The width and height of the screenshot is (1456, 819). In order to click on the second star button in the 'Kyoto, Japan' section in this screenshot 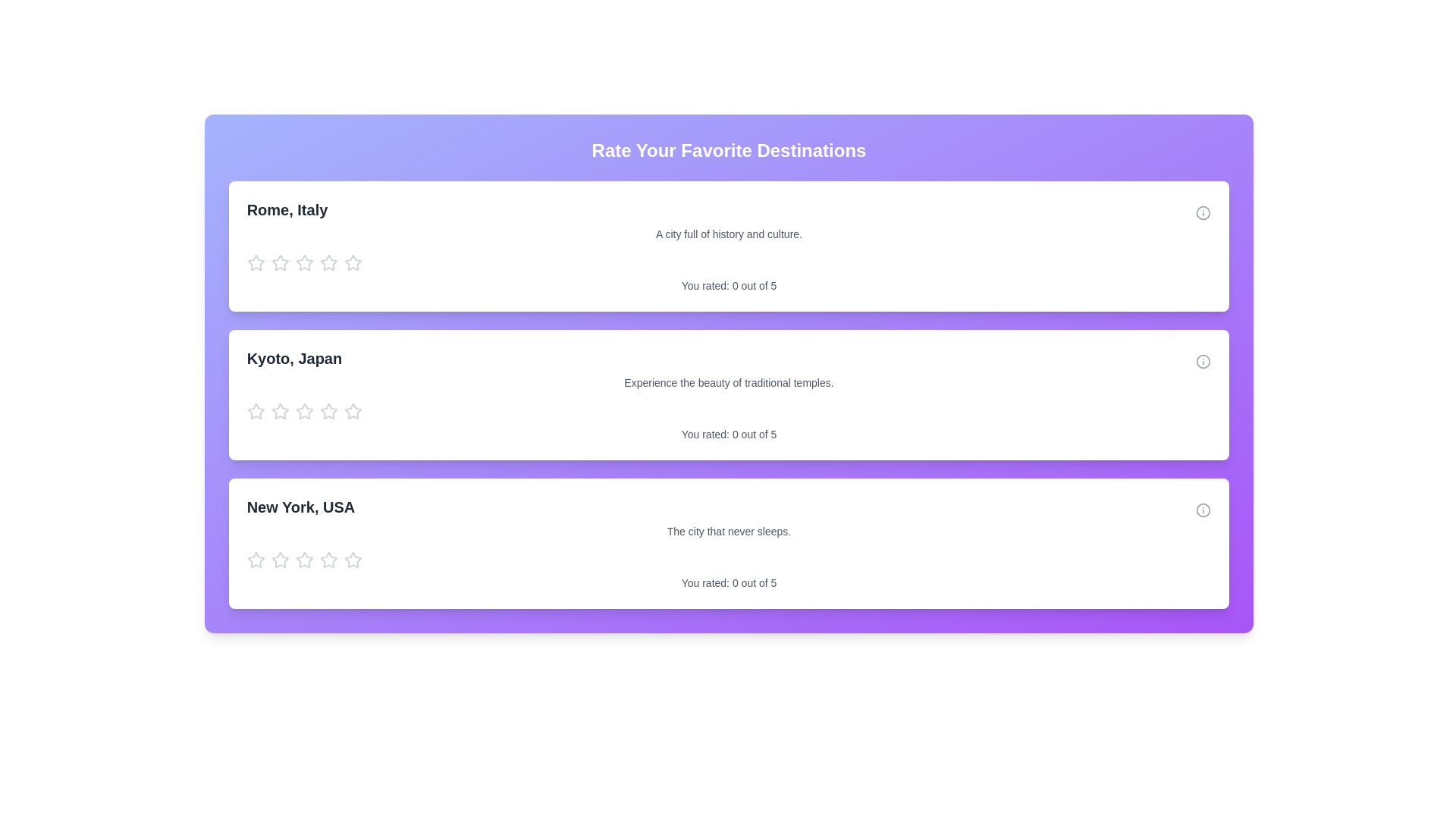, I will do `click(328, 411)`.